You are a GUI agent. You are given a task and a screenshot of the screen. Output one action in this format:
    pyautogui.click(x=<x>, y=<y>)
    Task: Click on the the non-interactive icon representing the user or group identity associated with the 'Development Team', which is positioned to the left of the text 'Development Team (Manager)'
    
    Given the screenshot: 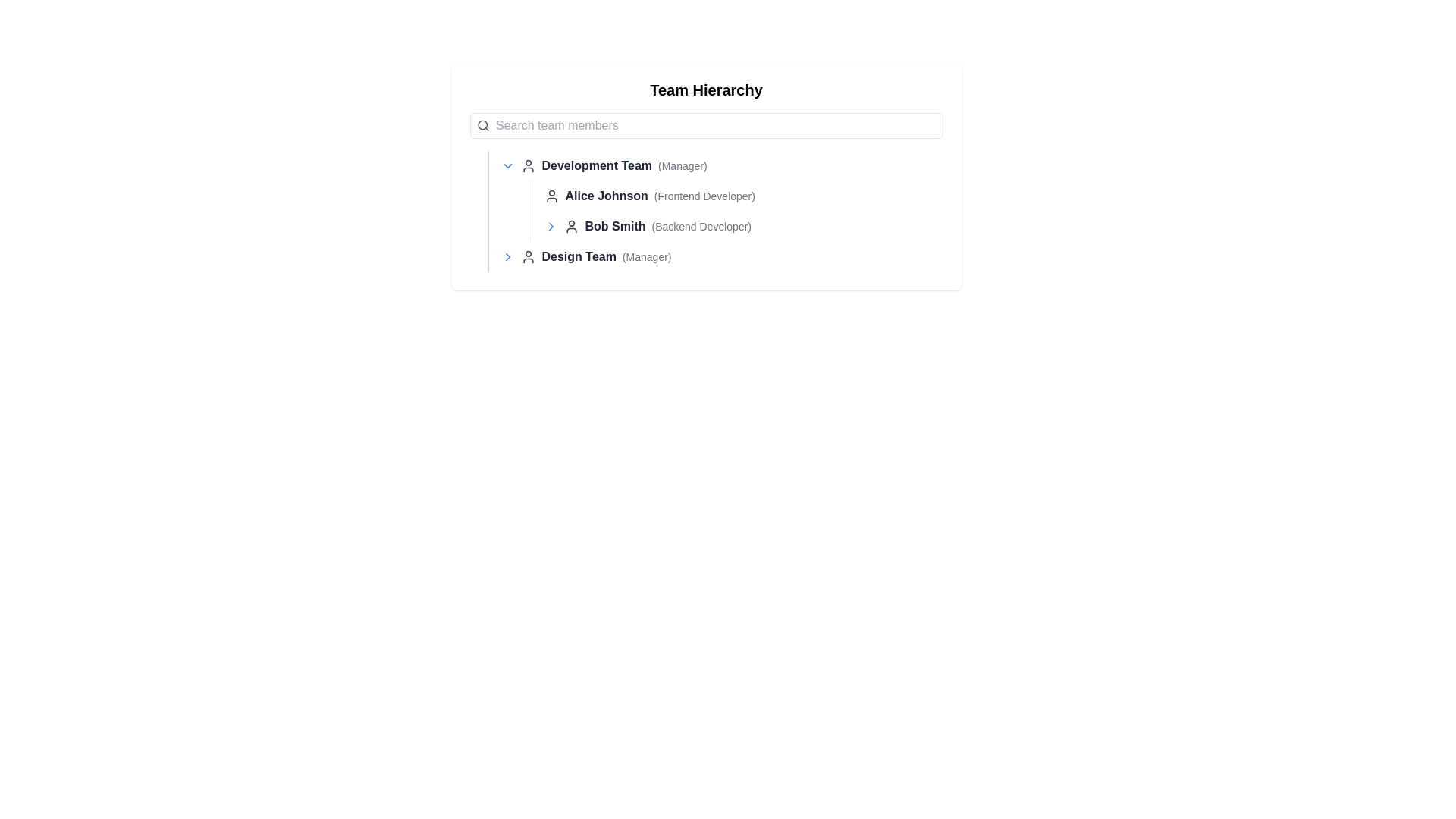 What is the action you would take?
    pyautogui.click(x=528, y=166)
    